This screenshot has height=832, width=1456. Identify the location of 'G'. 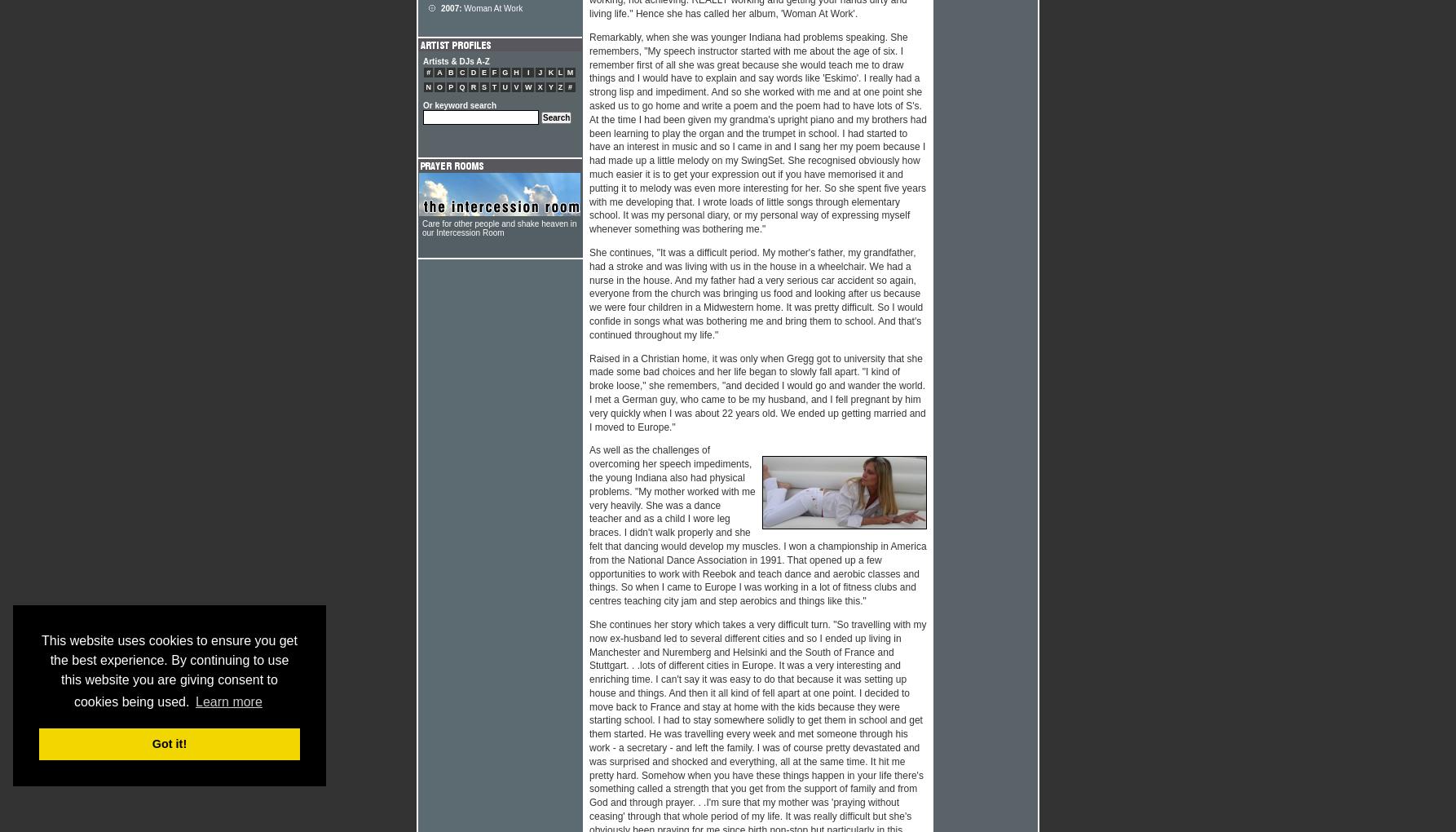
(505, 72).